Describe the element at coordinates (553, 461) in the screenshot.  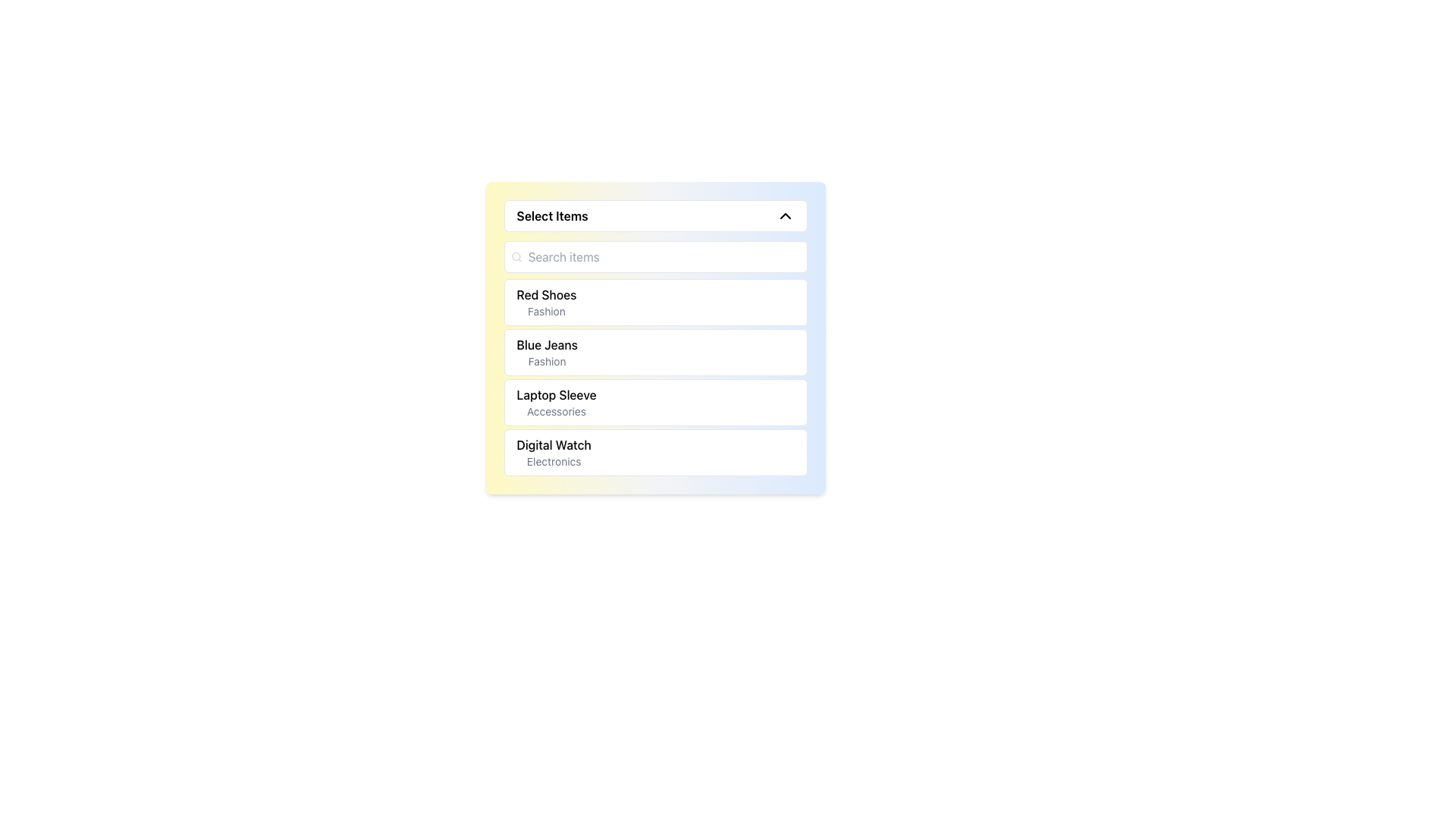
I see `text label 'Electronics' which is positioned directly below 'Digital Watch' in the dropdown interface` at that location.